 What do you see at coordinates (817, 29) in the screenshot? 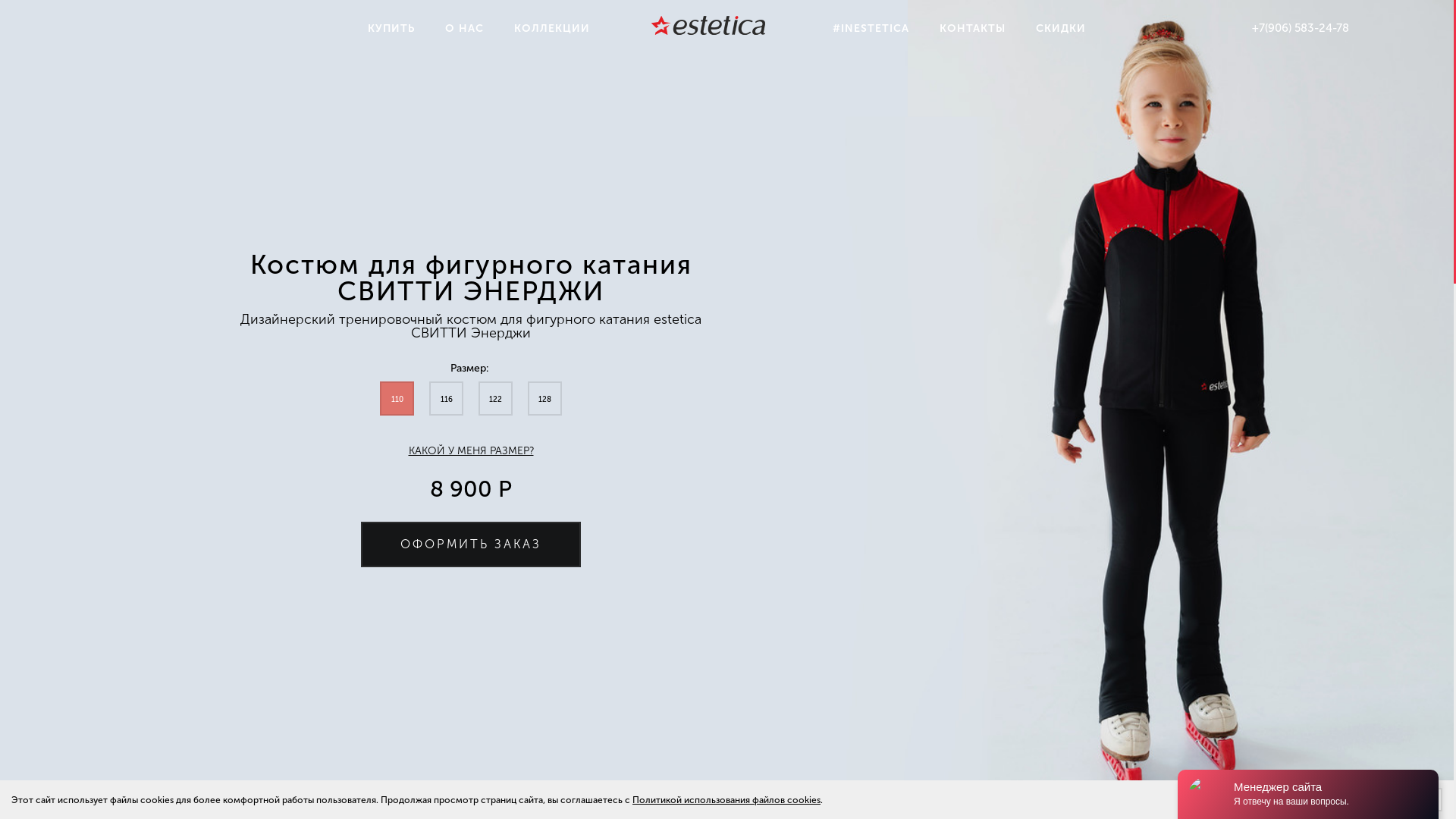
I see `'#INESTETICA'` at bounding box center [817, 29].